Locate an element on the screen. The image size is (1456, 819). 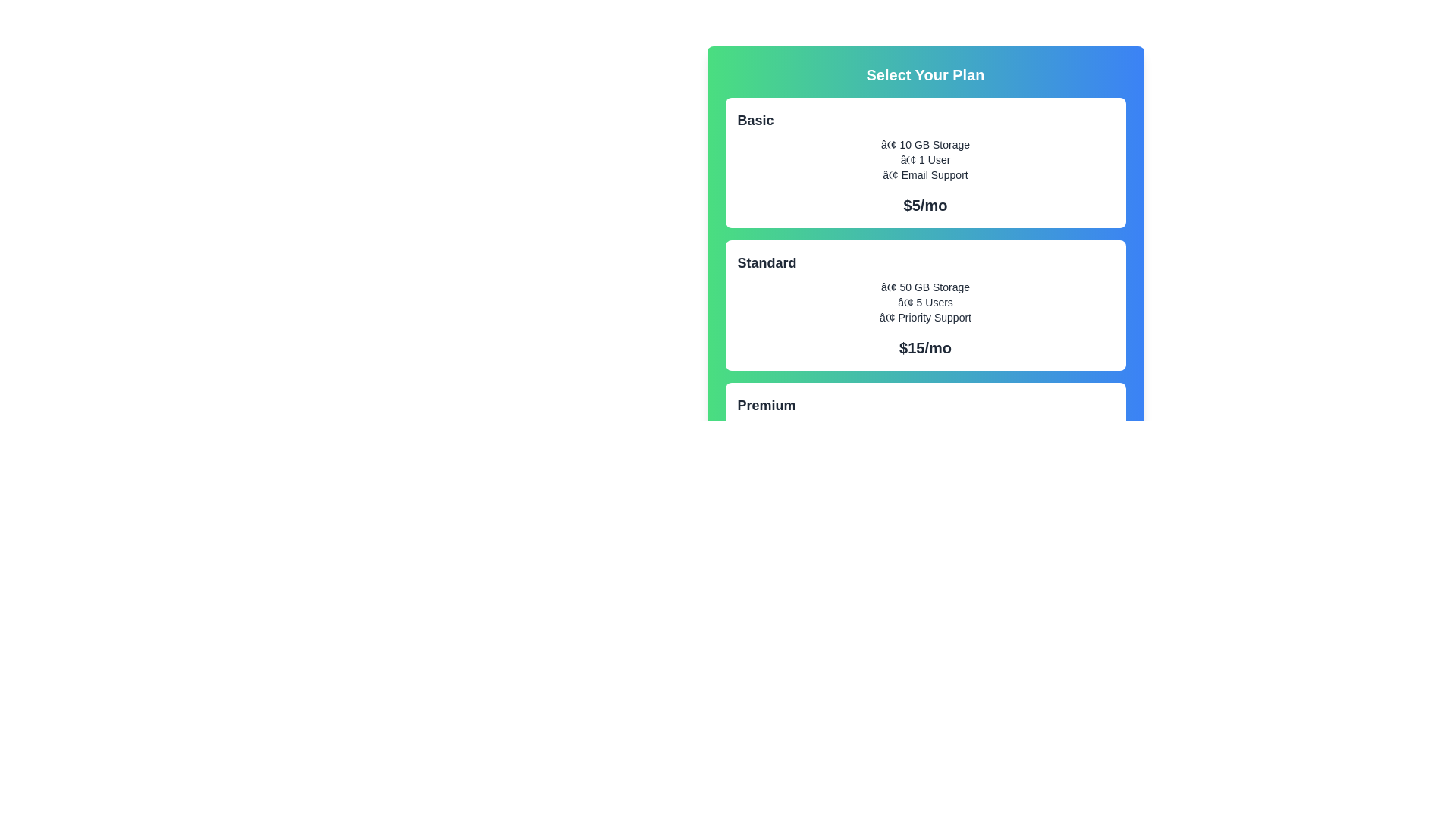
static text element displaying '• 1 User', which is styled minimally and located in the 'Basic' section of the pricing plan interface is located at coordinates (924, 160).